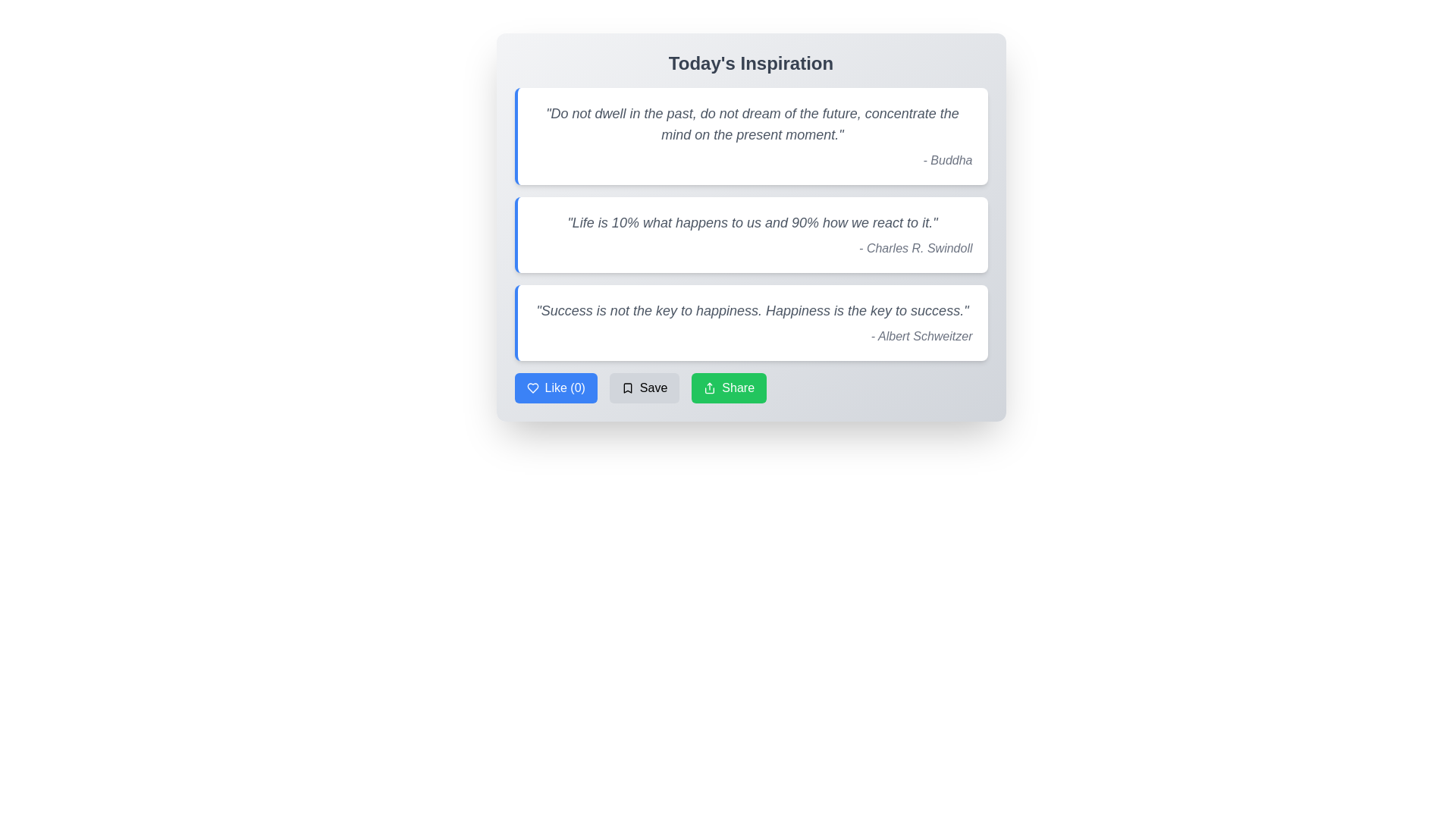 The height and width of the screenshot is (819, 1456). What do you see at coordinates (752, 124) in the screenshot?
I see `the italic gray text located inside a white box with a blue left border, positioned above the text '- Buddha'` at bounding box center [752, 124].